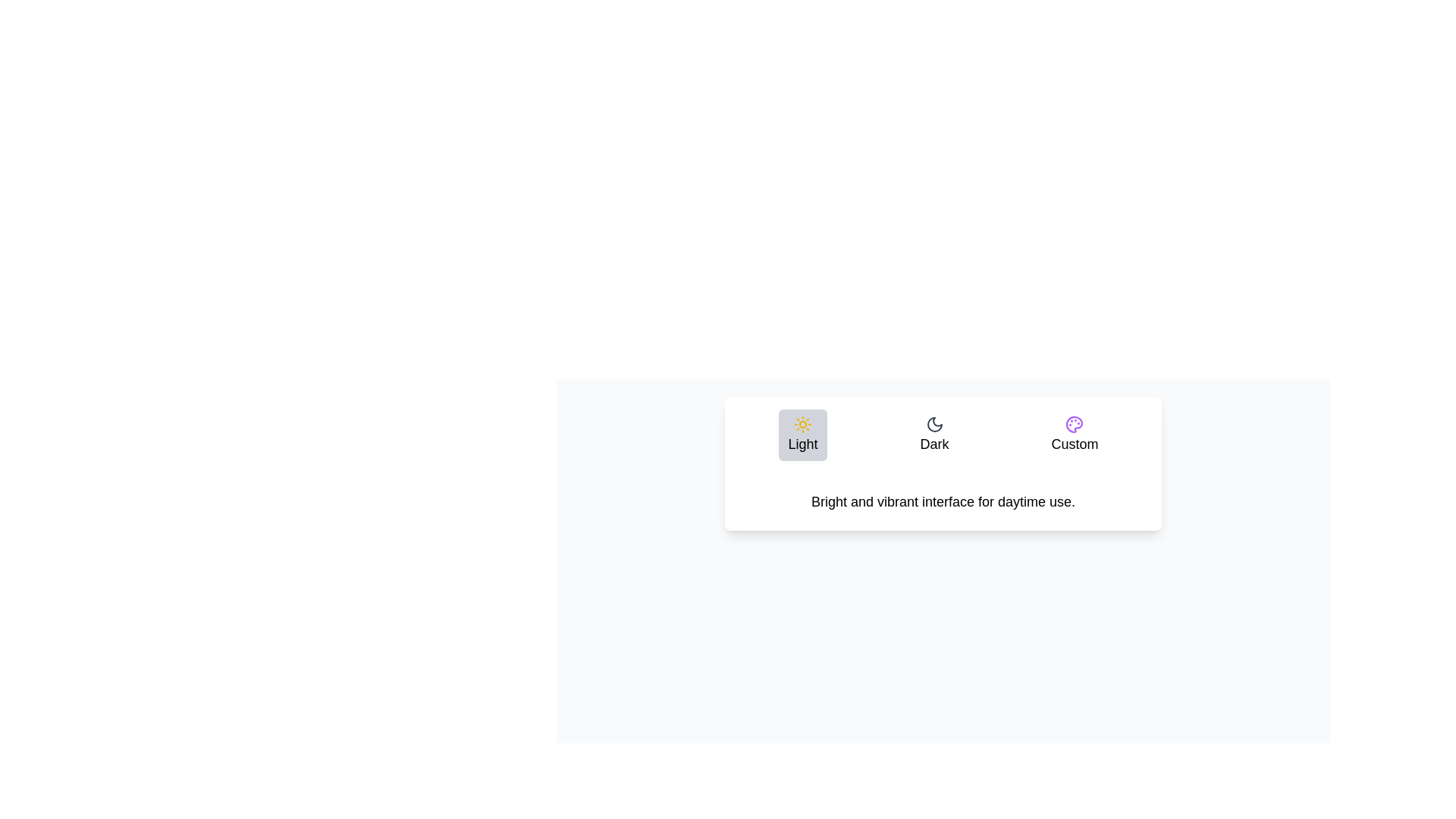  What do you see at coordinates (1073, 435) in the screenshot?
I see `the Custom tab to select it` at bounding box center [1073, 435].